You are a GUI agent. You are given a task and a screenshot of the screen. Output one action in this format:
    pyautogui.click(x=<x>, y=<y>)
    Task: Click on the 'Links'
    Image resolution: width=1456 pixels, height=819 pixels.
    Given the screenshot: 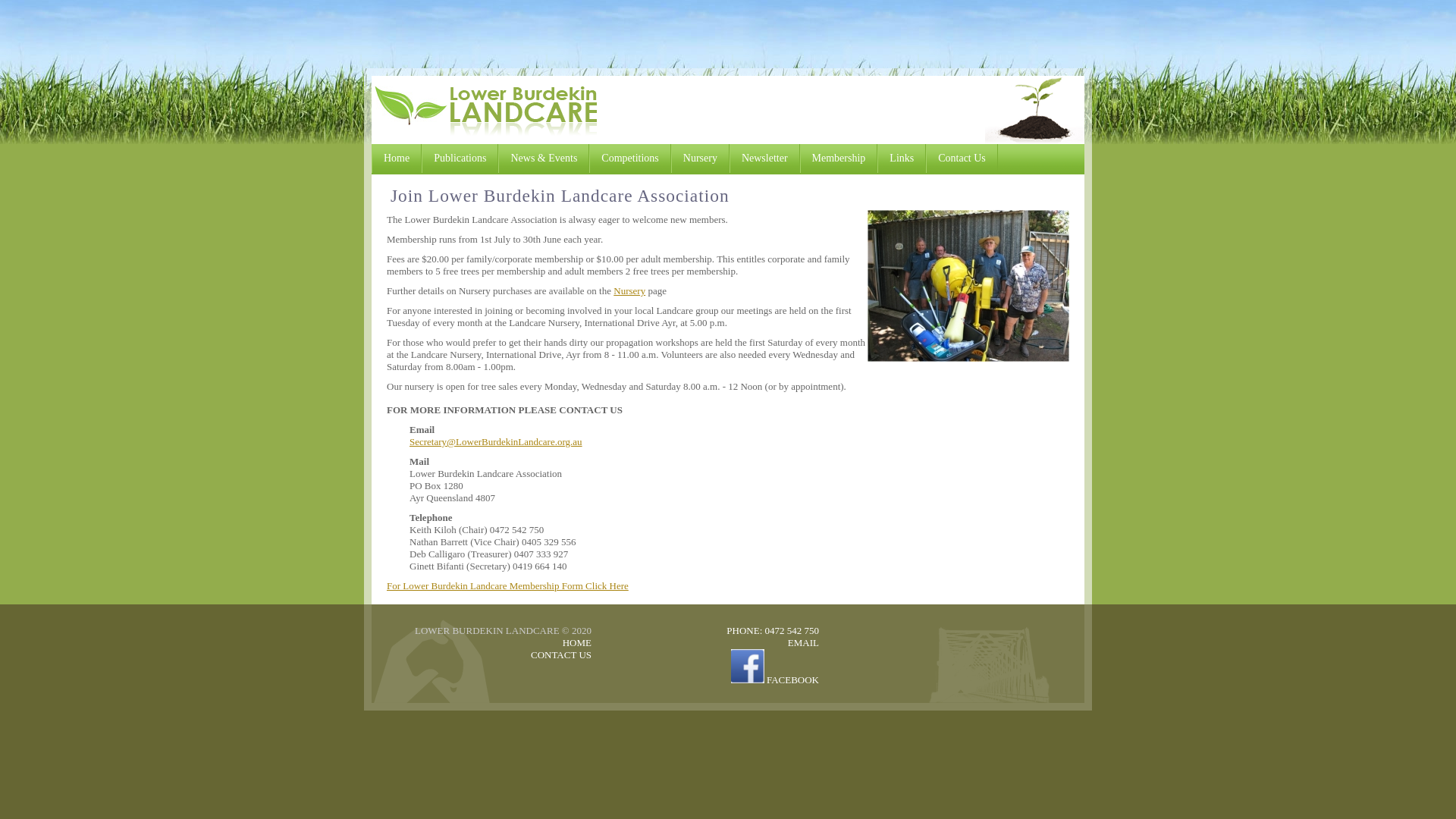 What is the action you would take?
    pyautogui.click(x=877, y=158)
    